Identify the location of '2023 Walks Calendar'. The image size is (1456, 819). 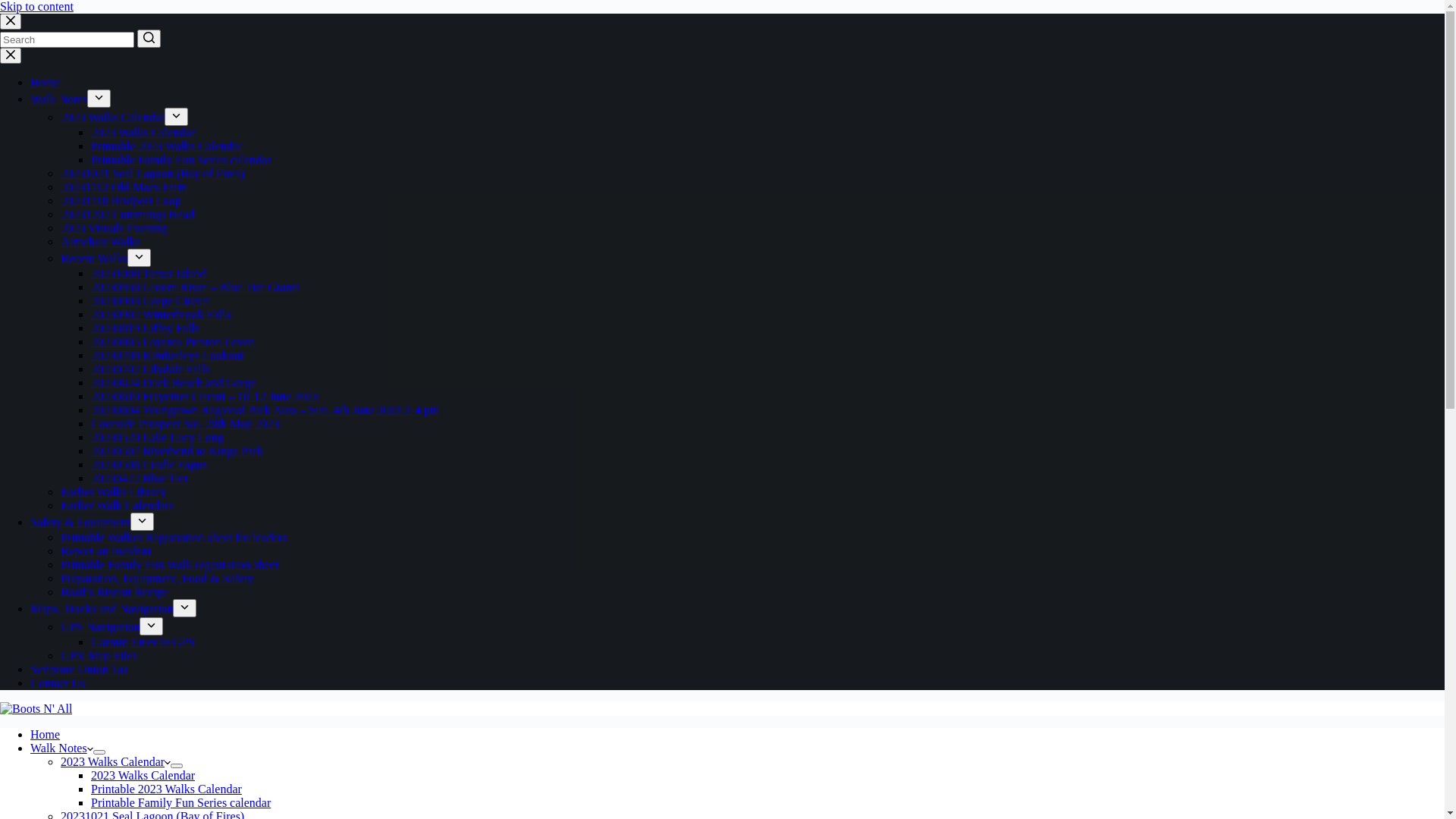
(111, 116).